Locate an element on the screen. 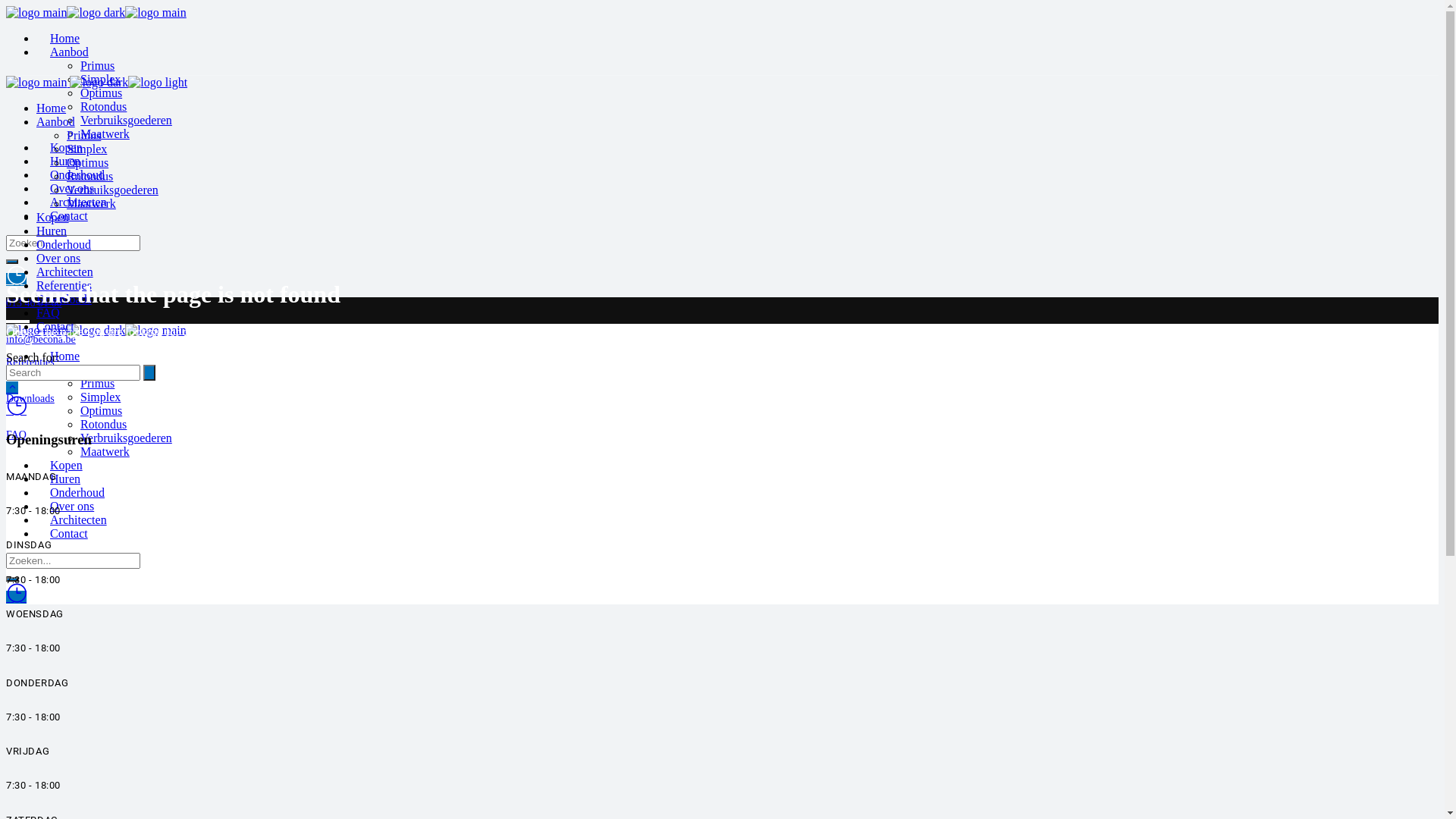 The width and height of the screenshot is (1456, 819). '013 46 01 60' is located at coordinates (6, 303).